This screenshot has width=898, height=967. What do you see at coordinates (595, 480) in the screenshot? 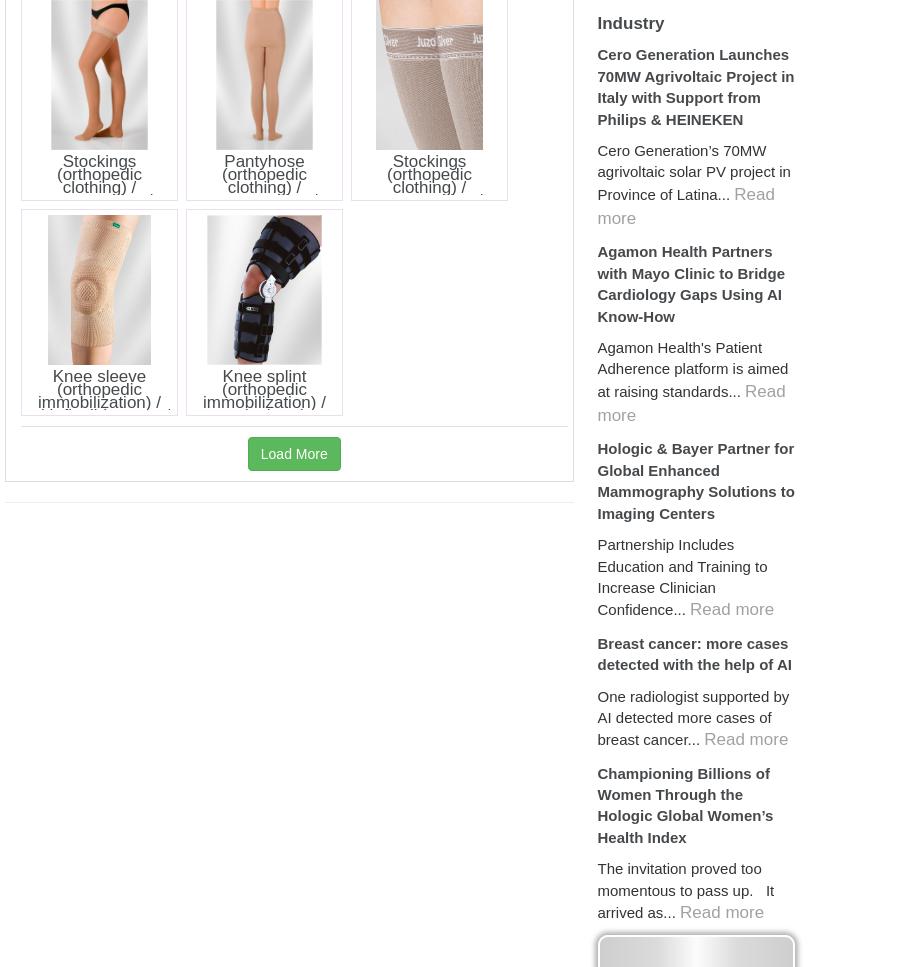
I see `'Hologic & Bayer Partner for Global Enhanced Mammography Solutions to Imaging Centers'` at bounding box center [595, 480].